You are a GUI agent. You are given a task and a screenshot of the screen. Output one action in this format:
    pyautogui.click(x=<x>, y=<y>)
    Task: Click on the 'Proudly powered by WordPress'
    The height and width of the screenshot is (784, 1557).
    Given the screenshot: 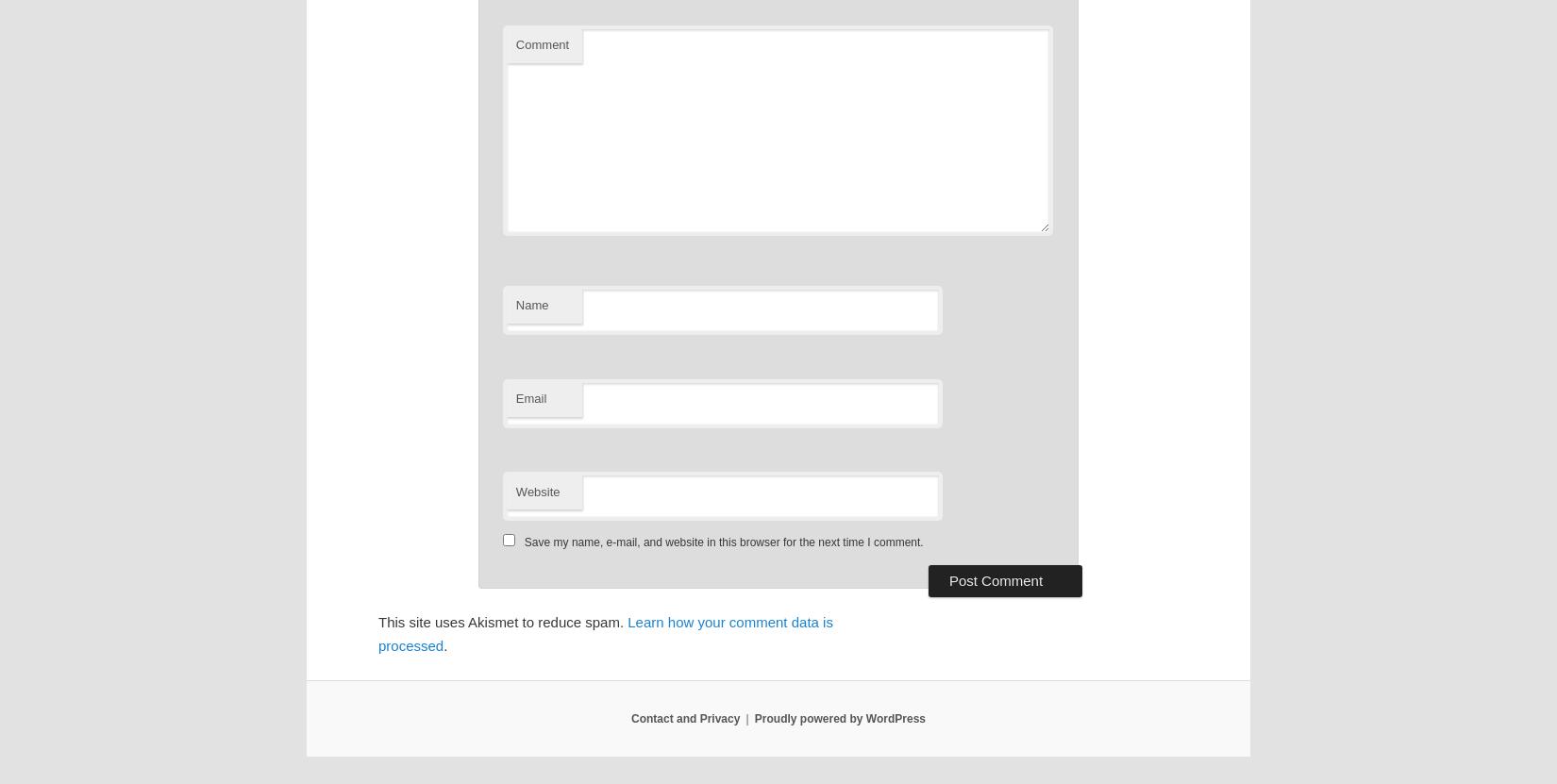 What is the action you would take?
    pyautogui.click(x=752, y=718)
    